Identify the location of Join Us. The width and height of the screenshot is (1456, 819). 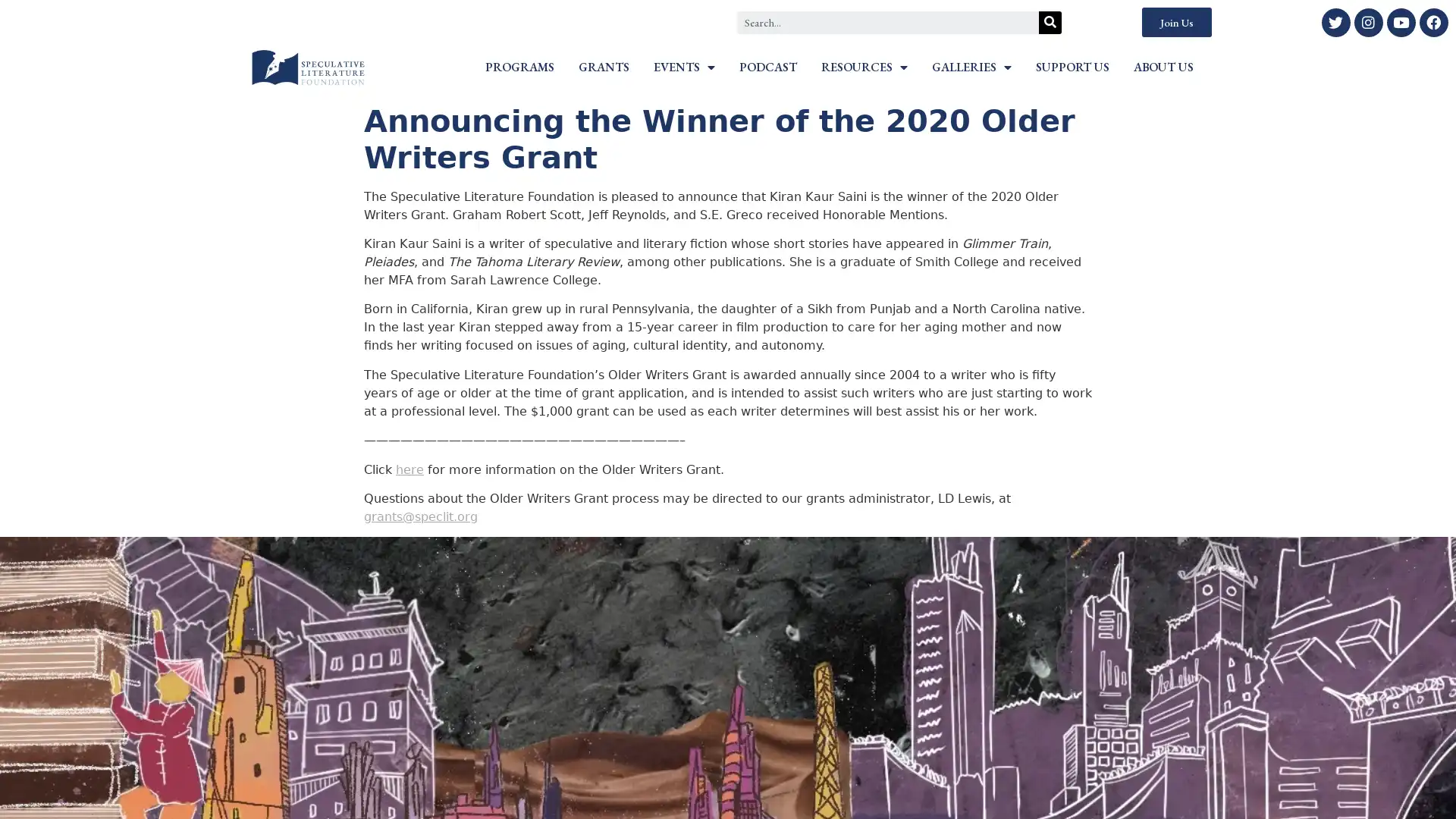
(1175, 22).